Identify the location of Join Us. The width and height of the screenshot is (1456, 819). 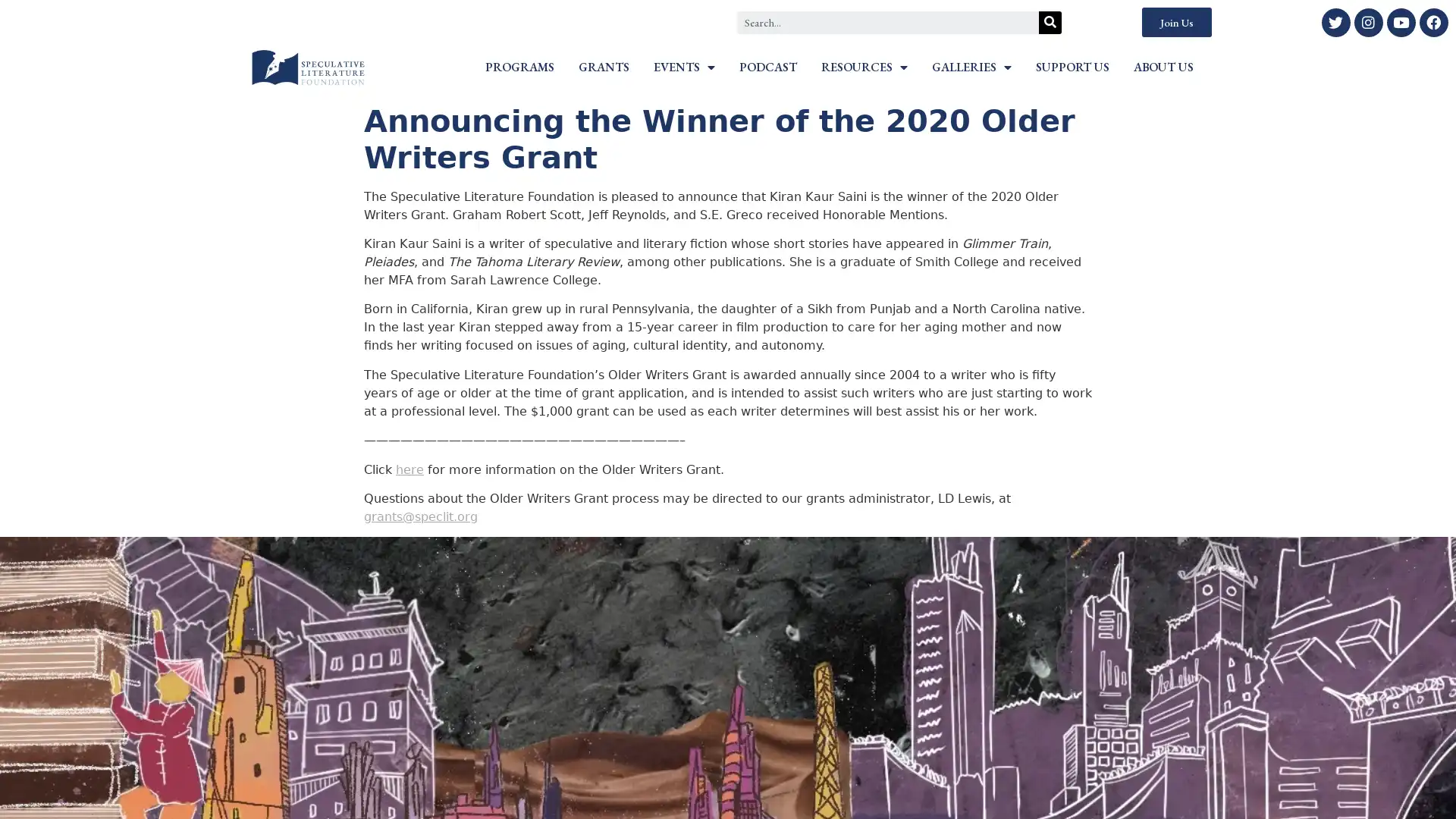
(1175, 22).